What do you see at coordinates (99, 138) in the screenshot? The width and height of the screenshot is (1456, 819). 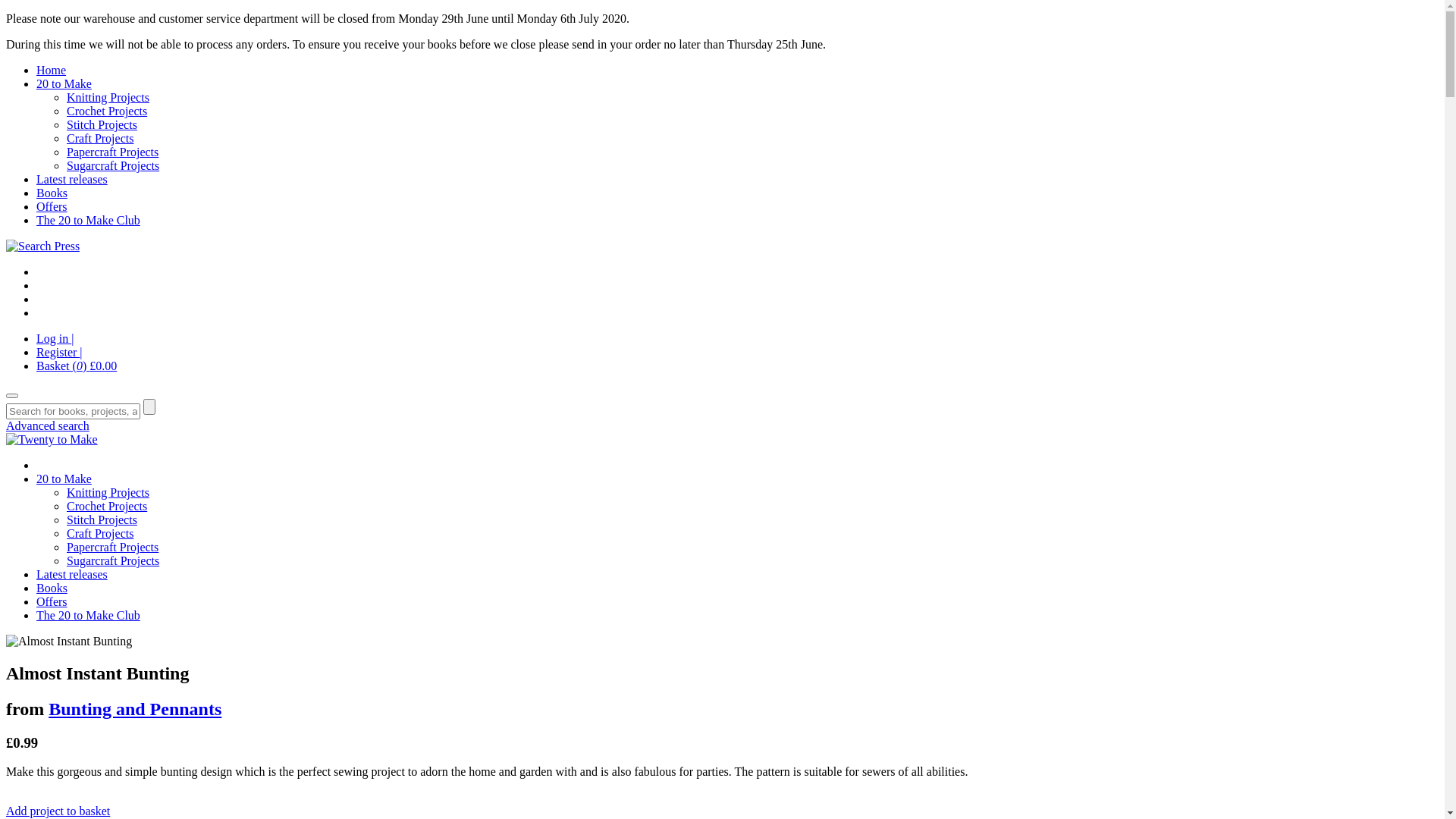 I see `'Craft Projects'` at bounding box center [99, 138].